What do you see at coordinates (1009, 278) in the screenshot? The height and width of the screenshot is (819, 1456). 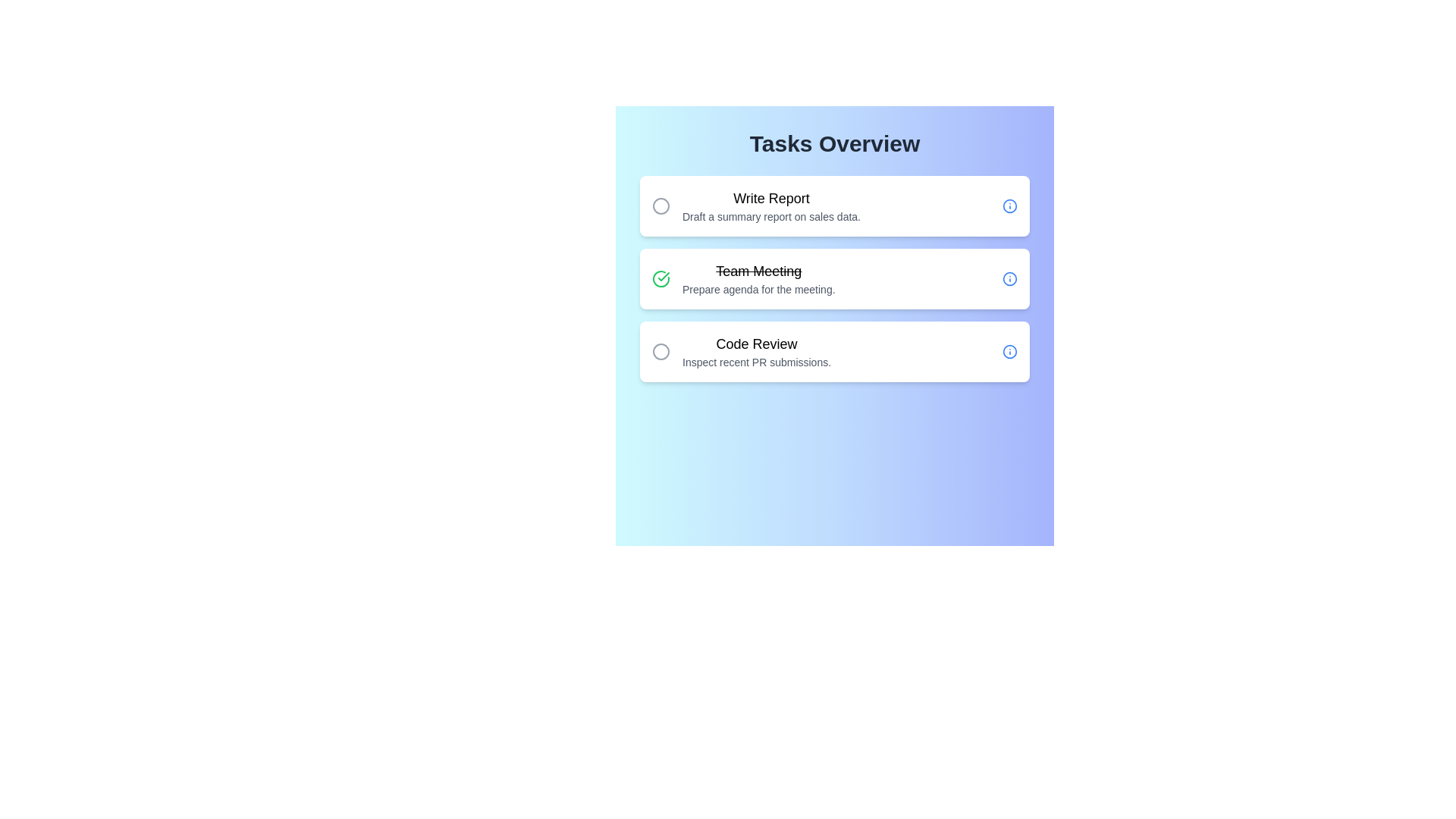 I see `the 'Info' icon for the task 'Team Meeting' to inspect its details` at bounding box center [1009, 278].